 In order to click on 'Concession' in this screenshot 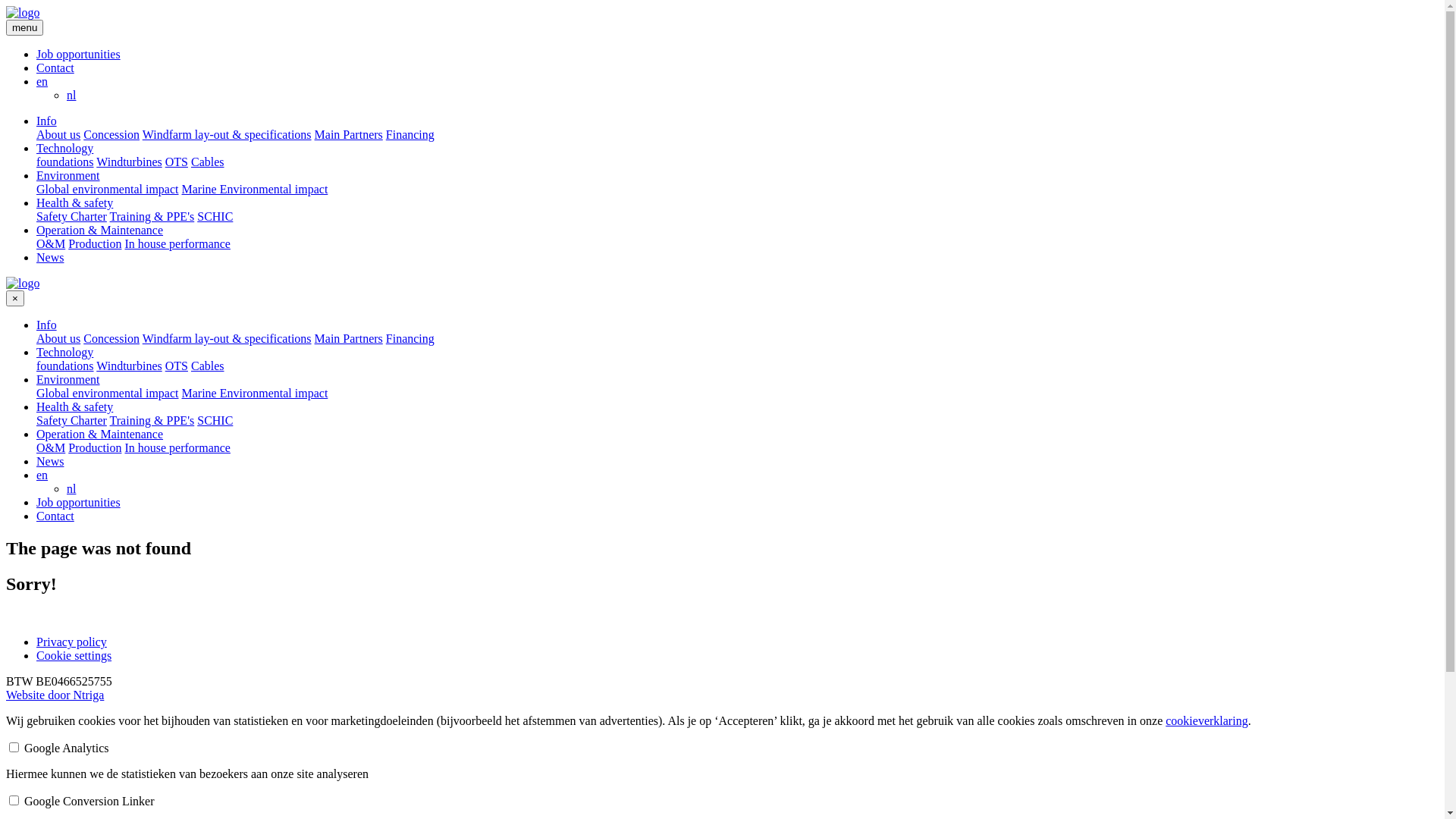, I will do `click(111, 133)`.